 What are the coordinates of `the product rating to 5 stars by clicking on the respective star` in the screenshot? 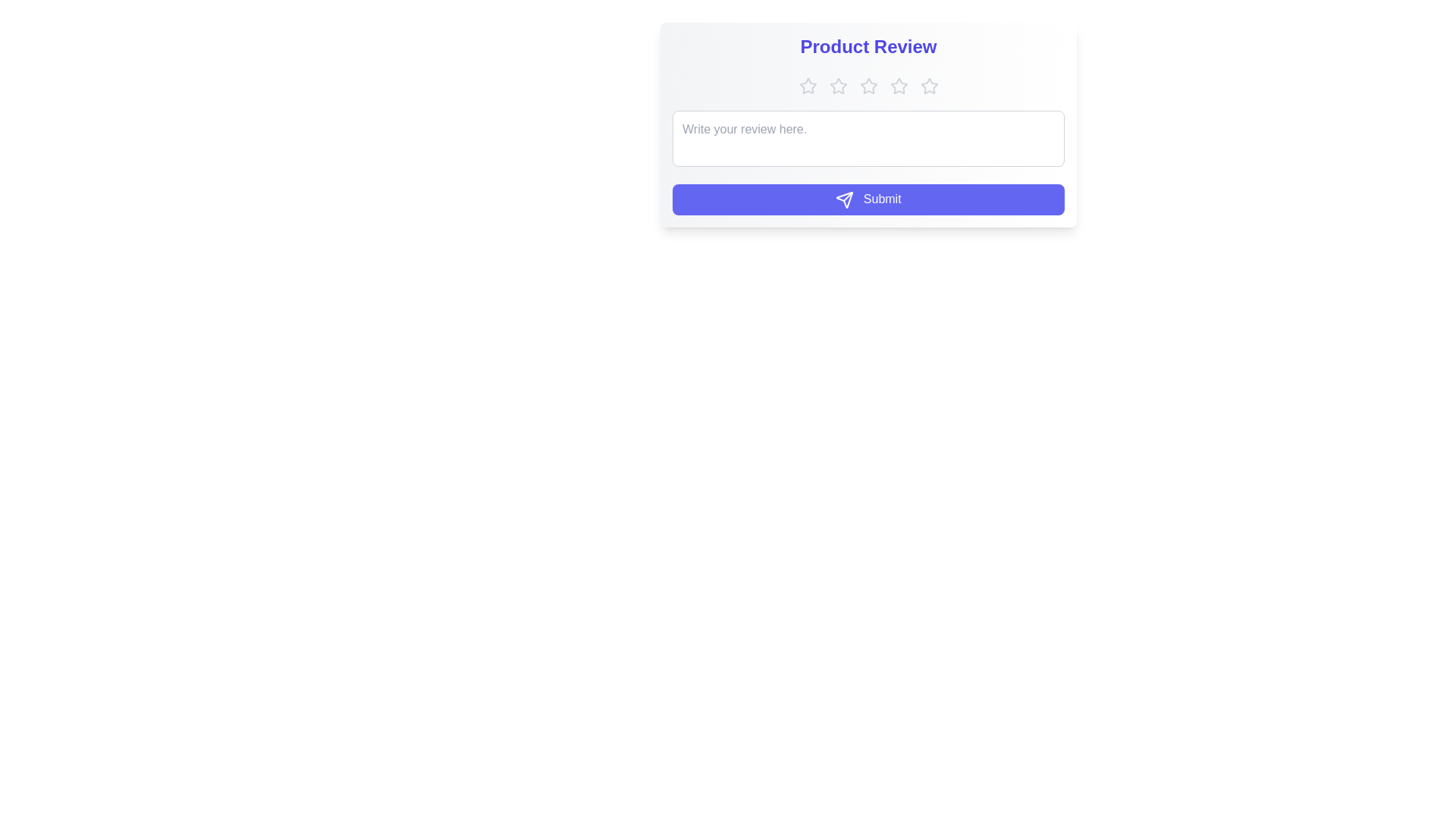 It's located at (928, 86).